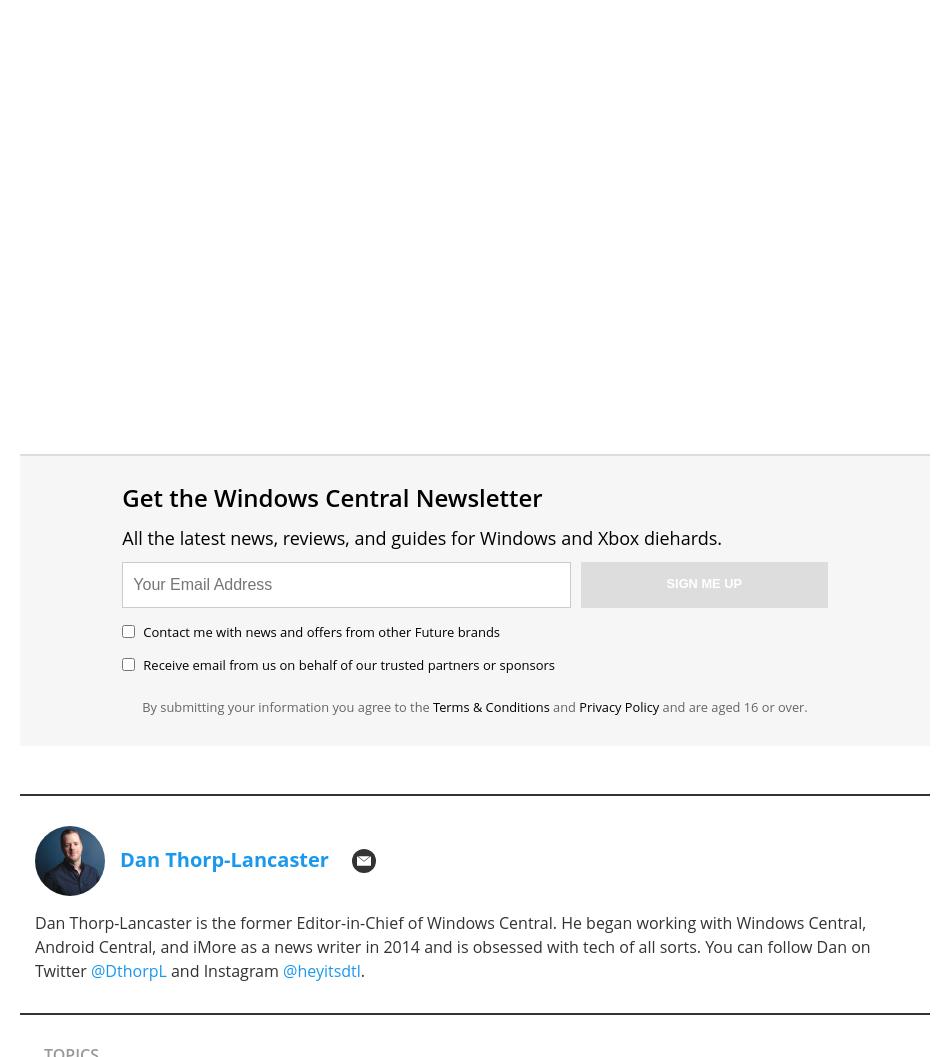  Describe the element at coordinates (451, 946) in the screenshot. I see `'Dan Thorp-Lancaster is the former Editor-in-Chief of Windows Central. He began working with Windows Central, Android Central, and iMore as a news writer in 2014 and is obsessed with tech of all sorts. You can follow Dan on Twitter'` at that location.